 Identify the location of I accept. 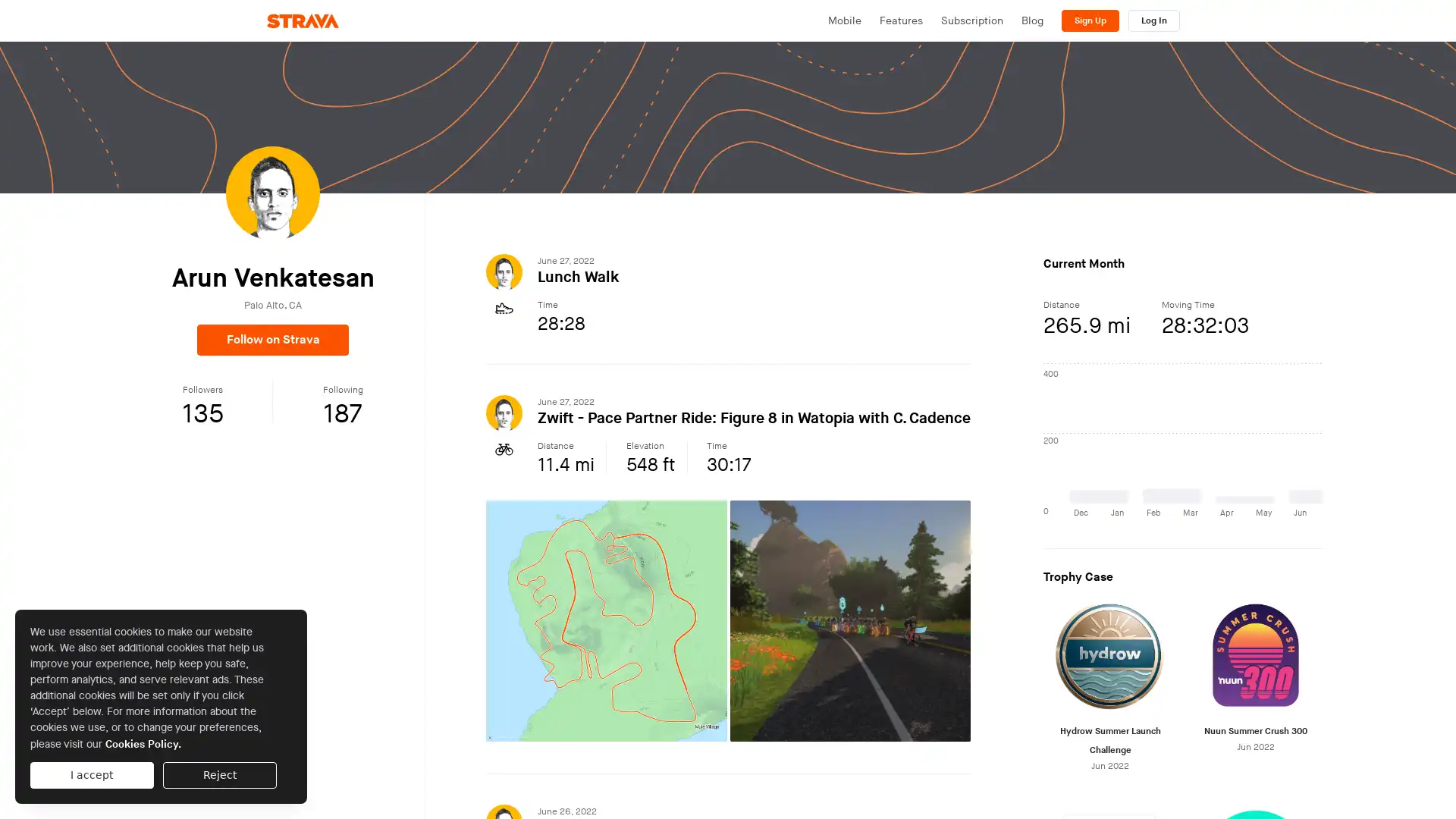
(90, 775).